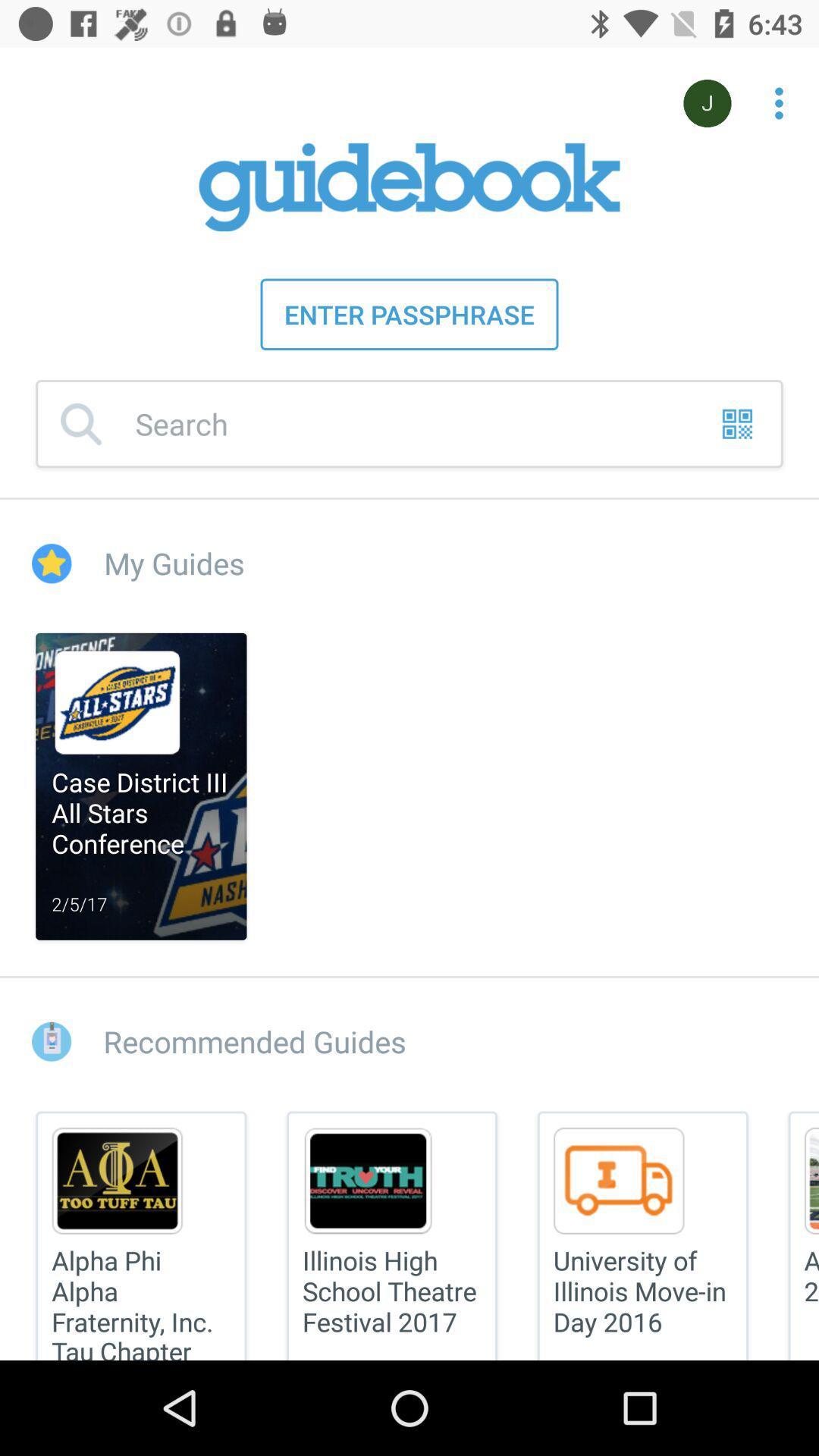 The height and width of the screenshot is (1456, 819). Describe the element at coordinates (779, 102) in the screenshot. I see `the more icon` at that location.